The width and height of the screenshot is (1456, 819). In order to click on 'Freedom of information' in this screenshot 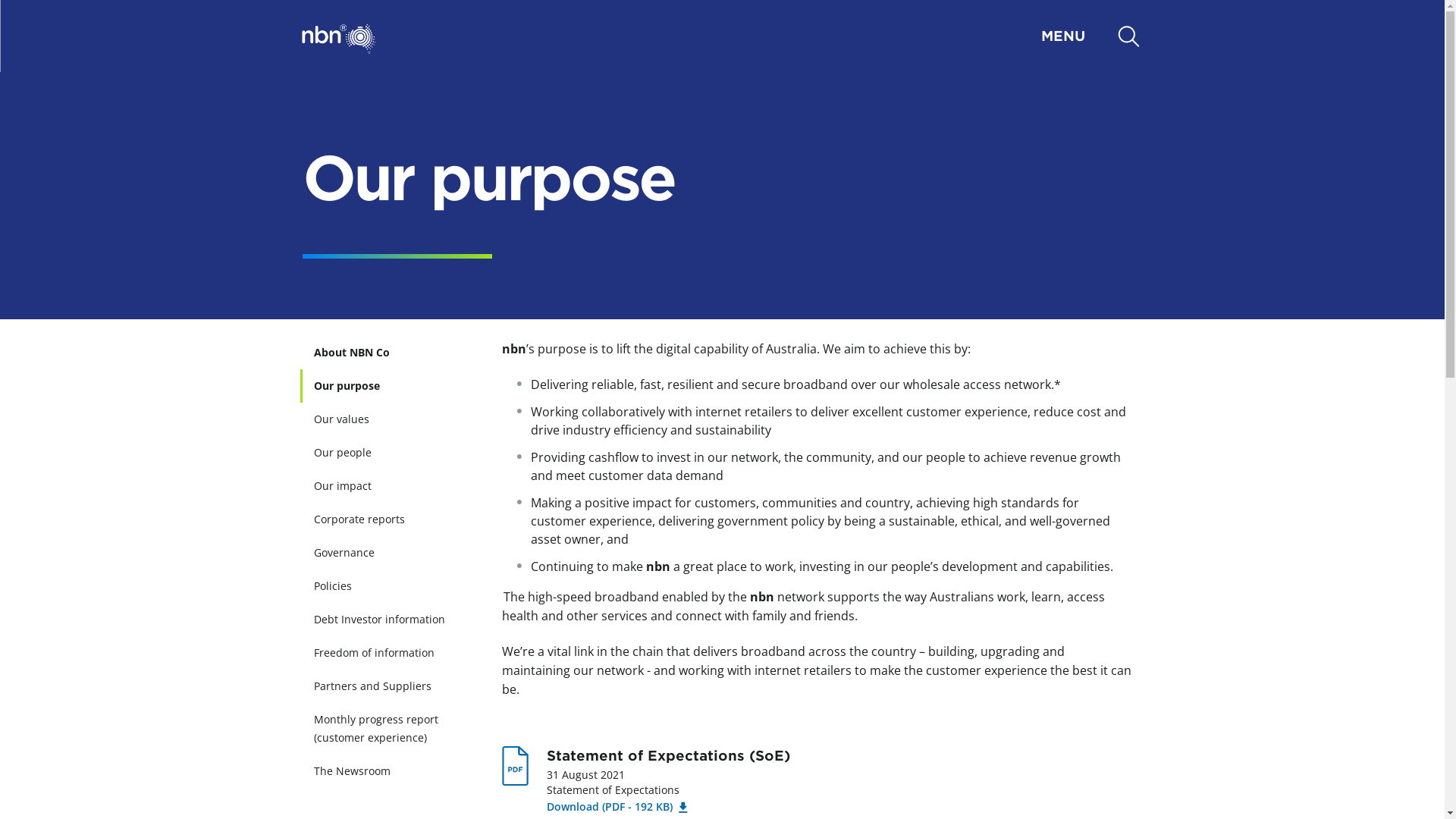, I will do `click(388, 651)`.